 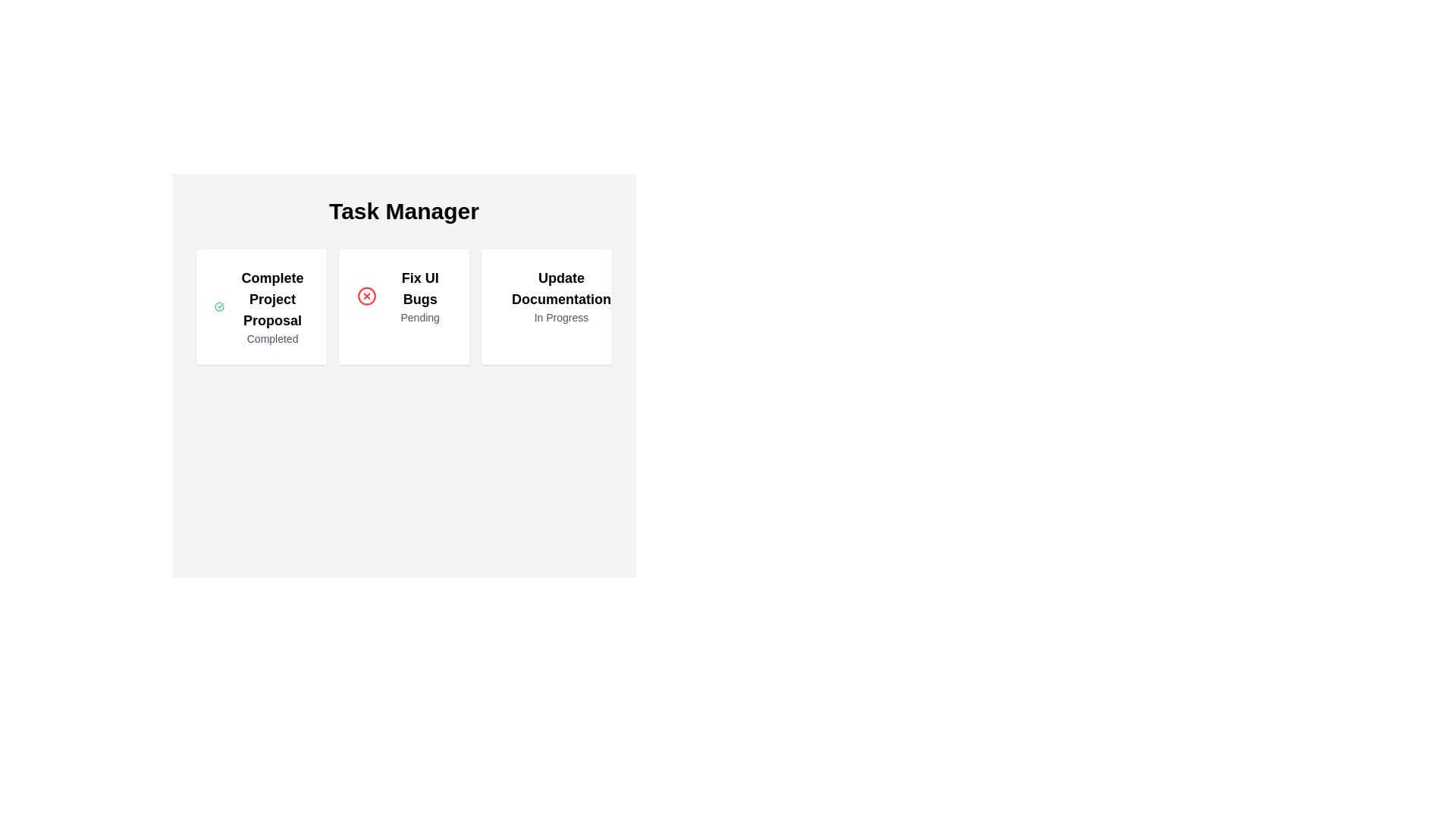 I want to click on the middle card in the 'Task Manager' section that displays the status 'Fix UI Bugs' with 'Pending' below it, so click(x=420, y=296).